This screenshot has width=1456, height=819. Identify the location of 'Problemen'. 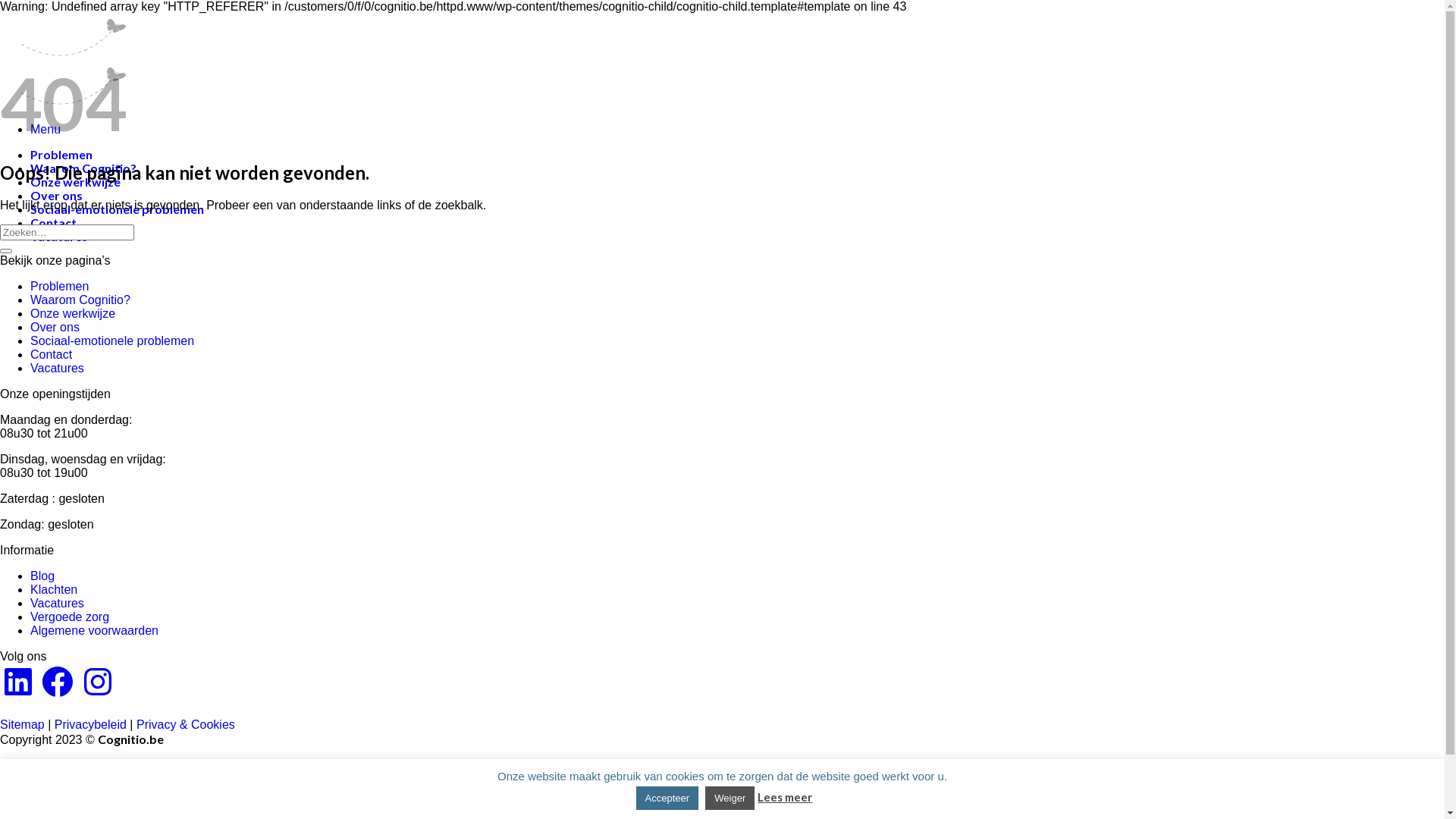
(30, 154).